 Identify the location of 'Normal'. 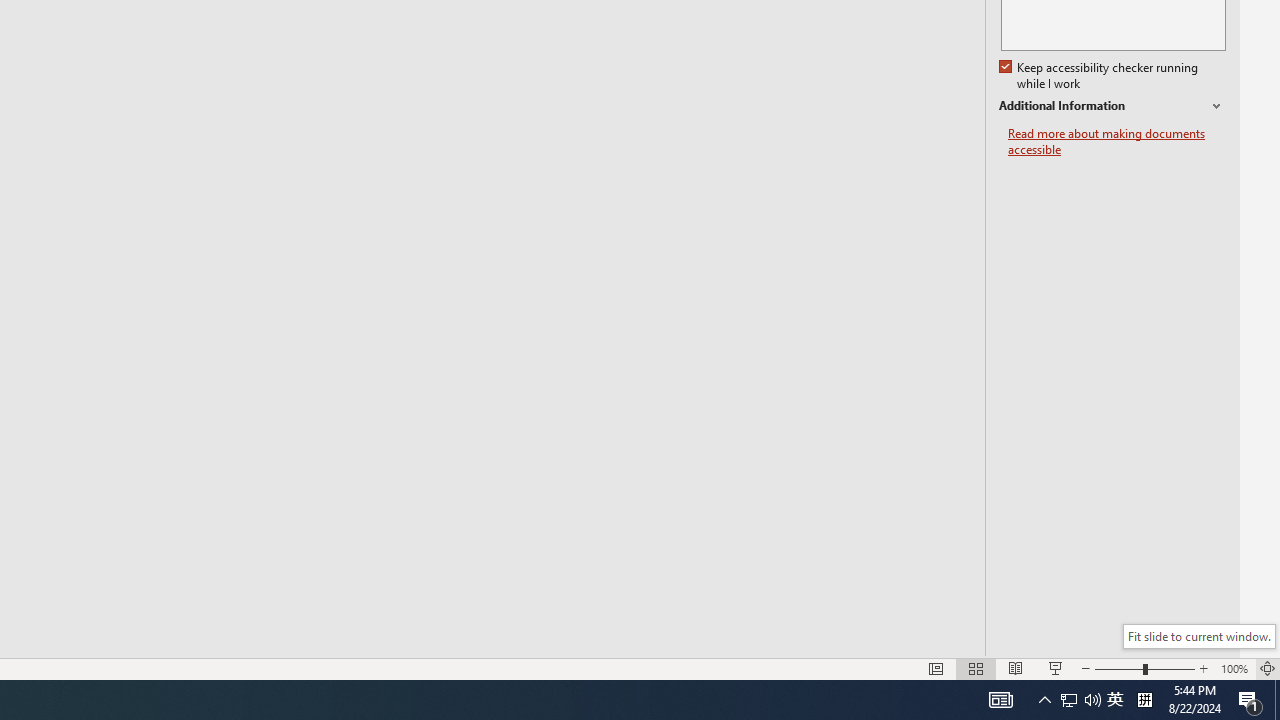
(935, 669).